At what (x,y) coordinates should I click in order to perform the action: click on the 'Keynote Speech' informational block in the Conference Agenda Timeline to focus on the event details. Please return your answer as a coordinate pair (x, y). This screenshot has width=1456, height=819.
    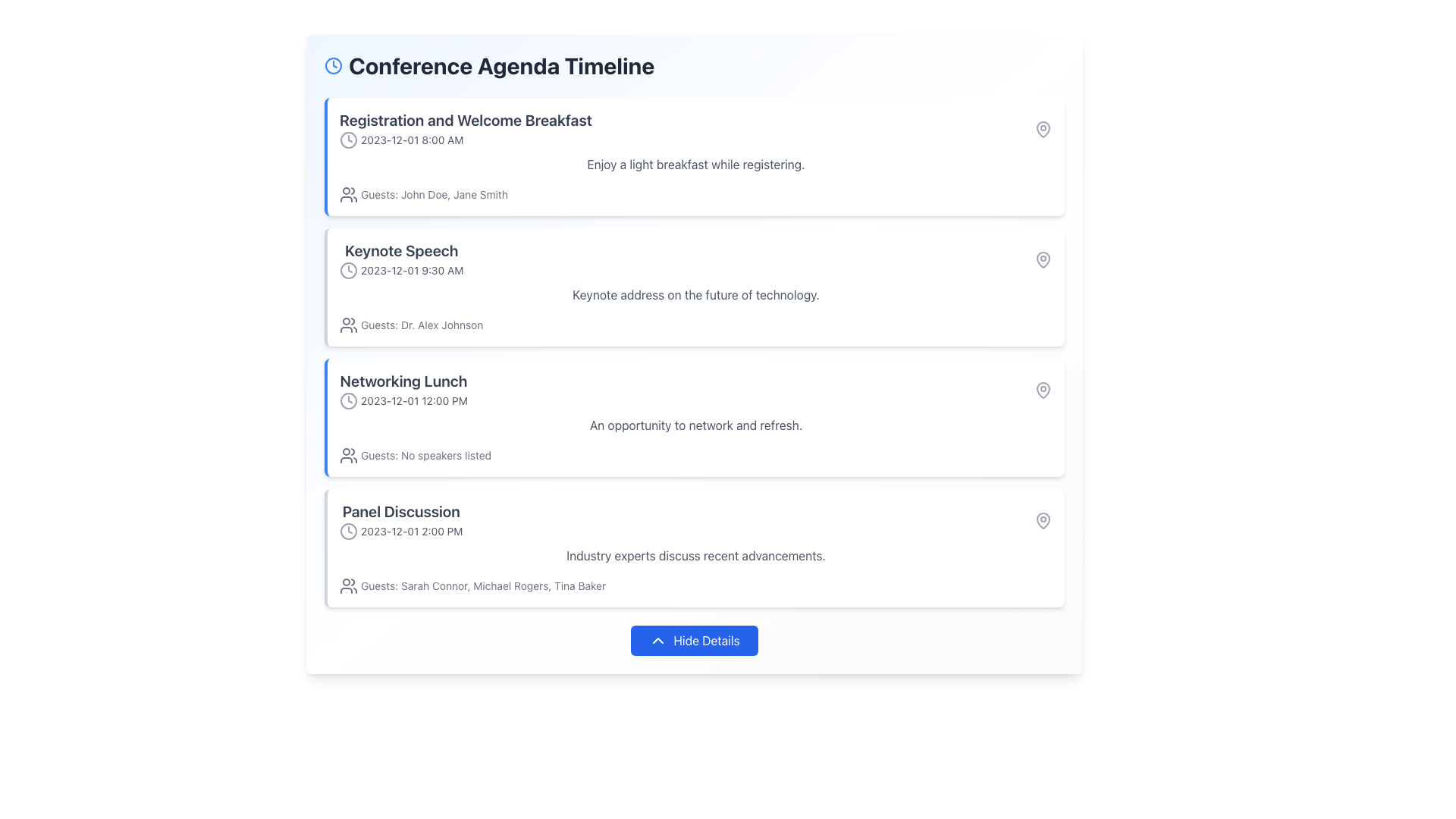
    Looking at the image, I should click on (695, 259).